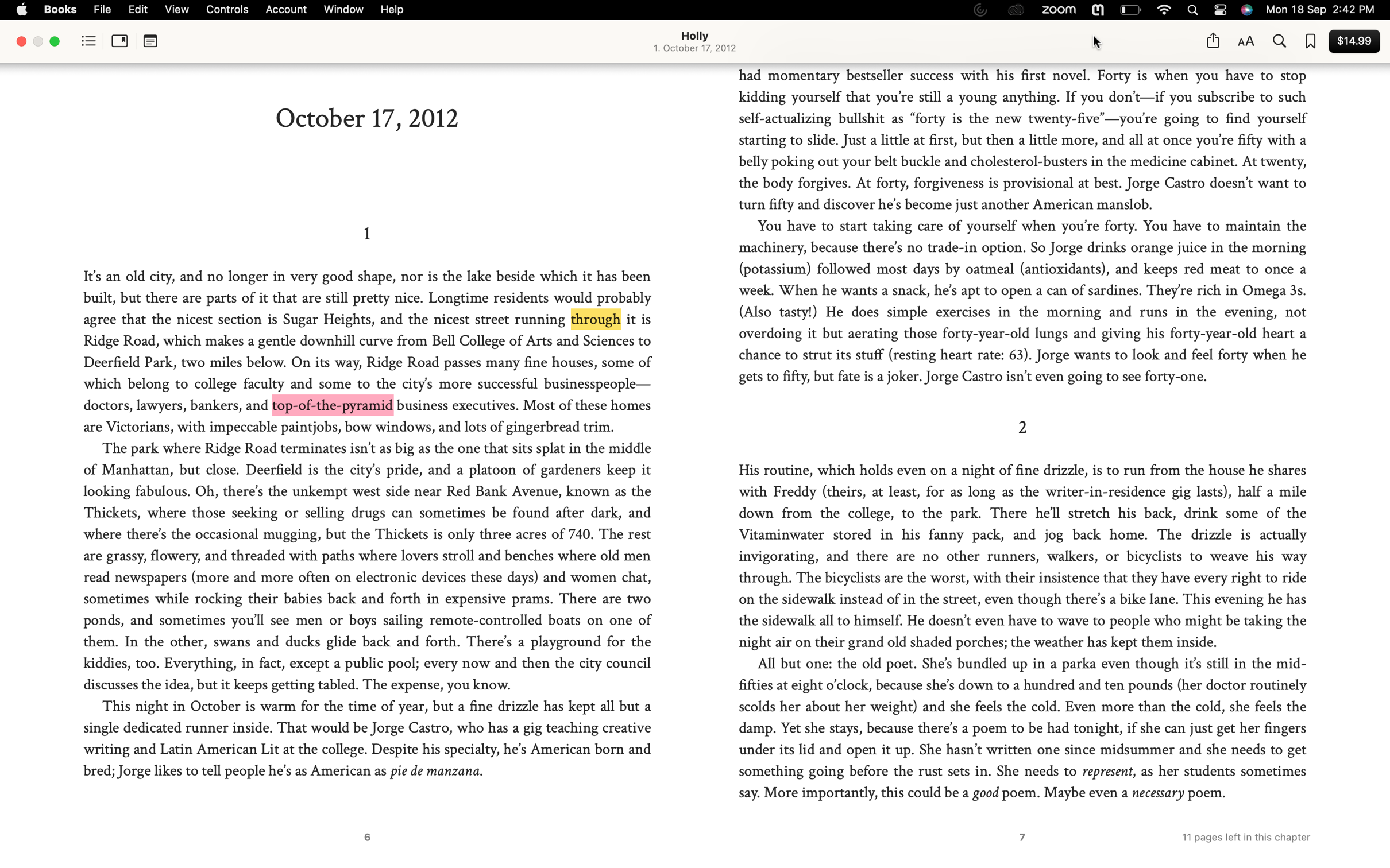 The height and width of the screenshot is (868, 1390). I want to click on the text style to Arial, so click(1245, 42).